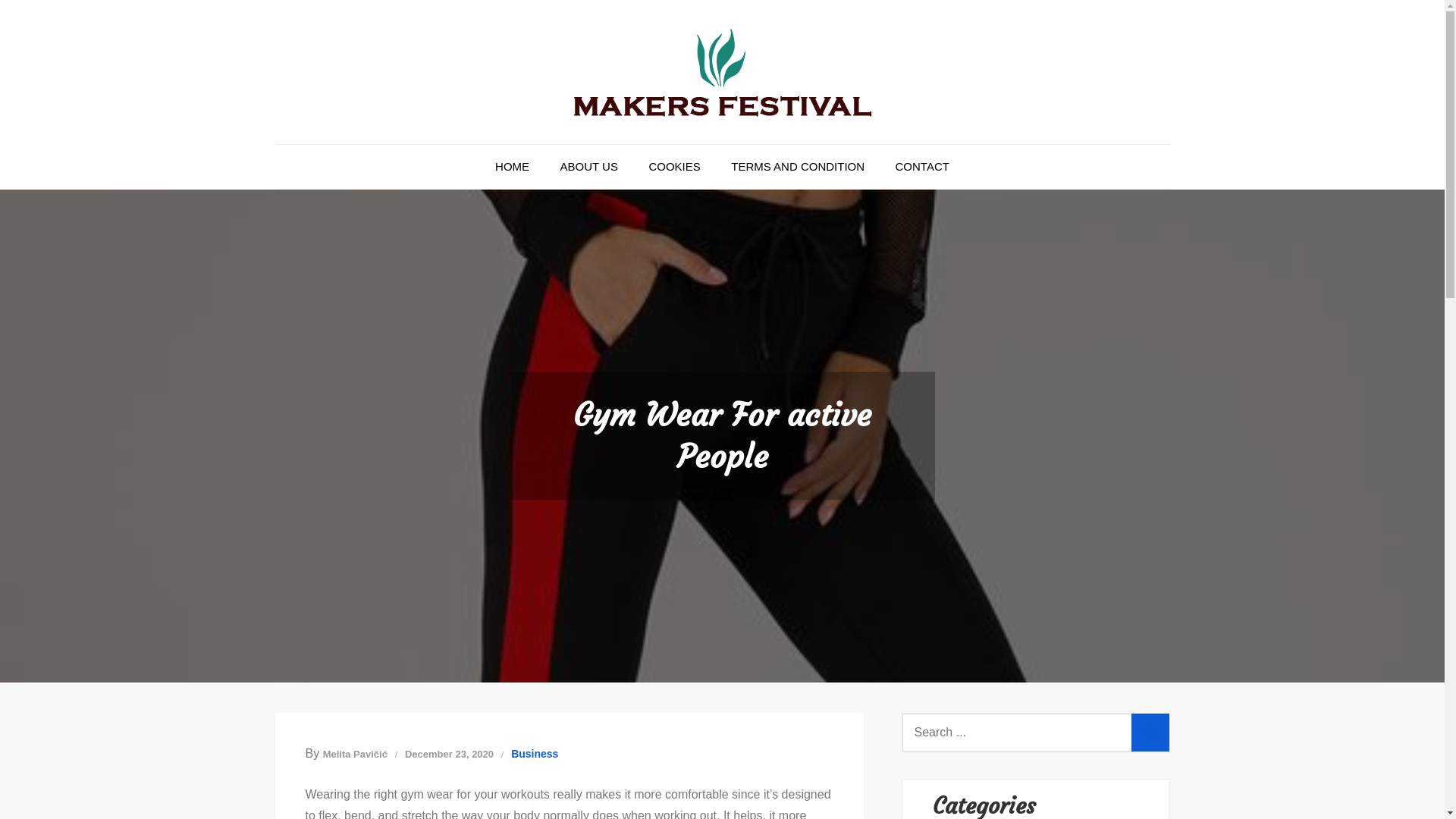  Describe the element at coordinates (673, 166) in the screenshot. I see `'COOKIES'` at that location.